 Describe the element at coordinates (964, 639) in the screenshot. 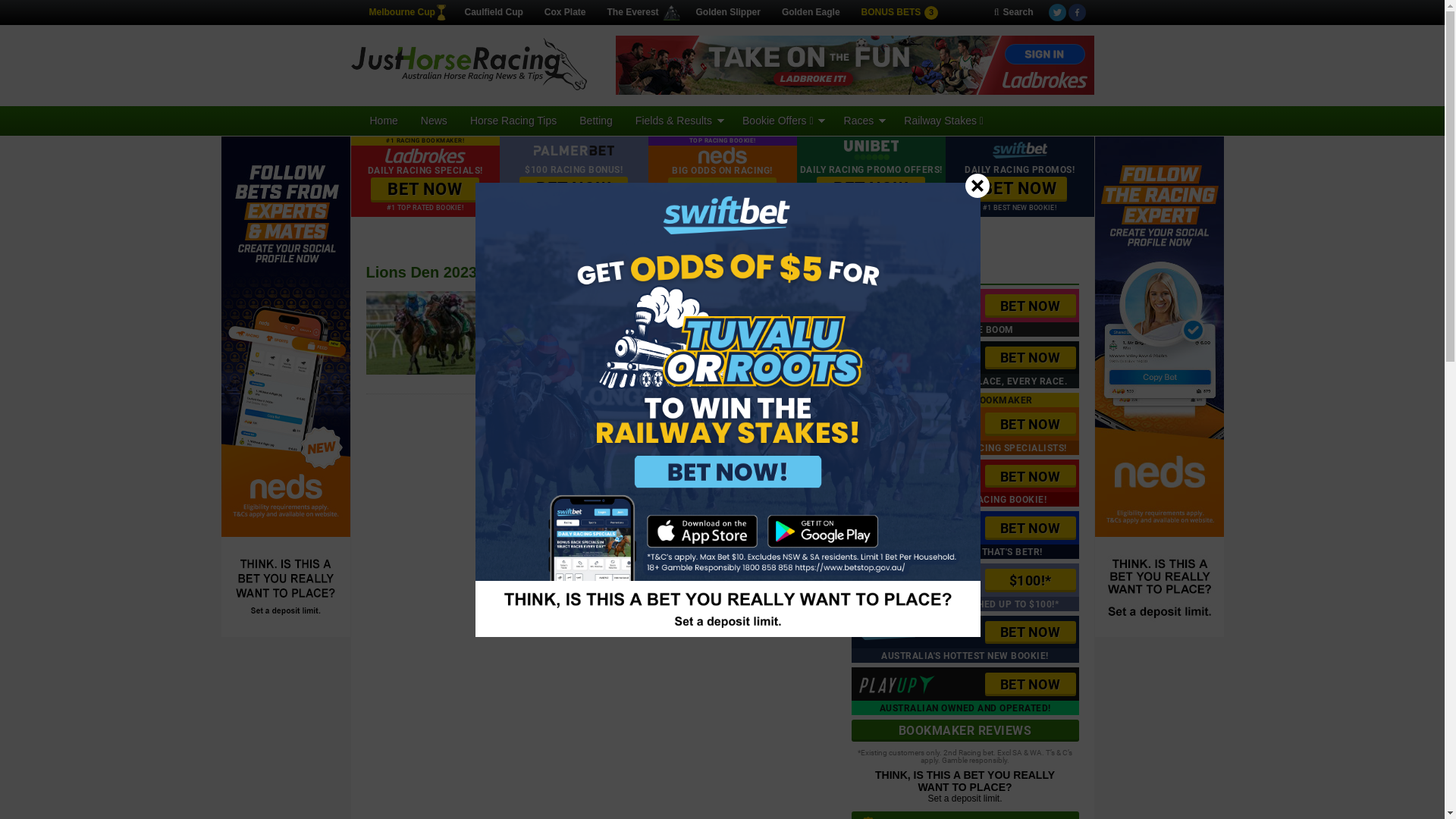

I see `'BET NOW` at that location.